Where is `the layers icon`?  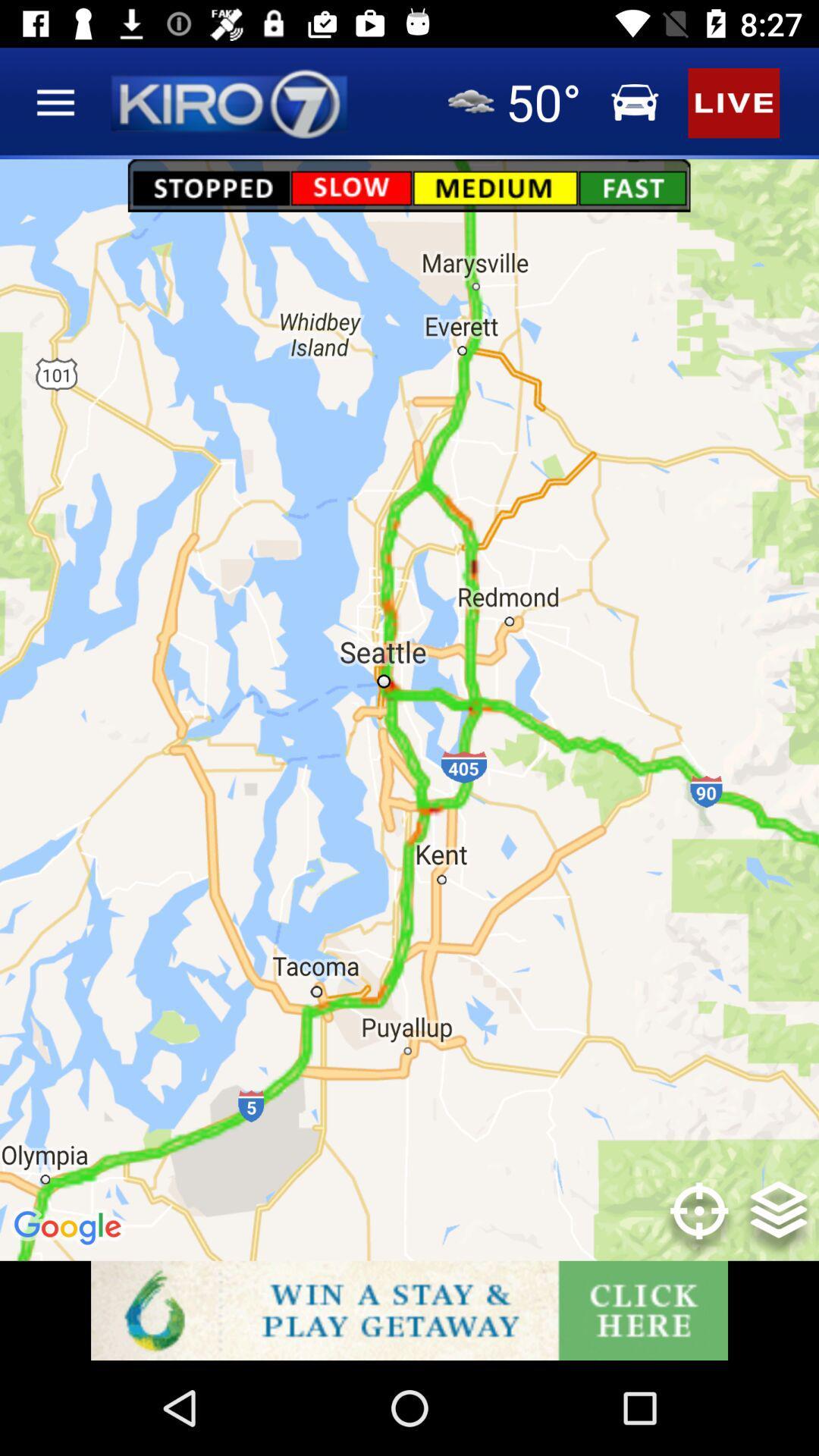 the layers icon is located at coordinates (779, 1221).